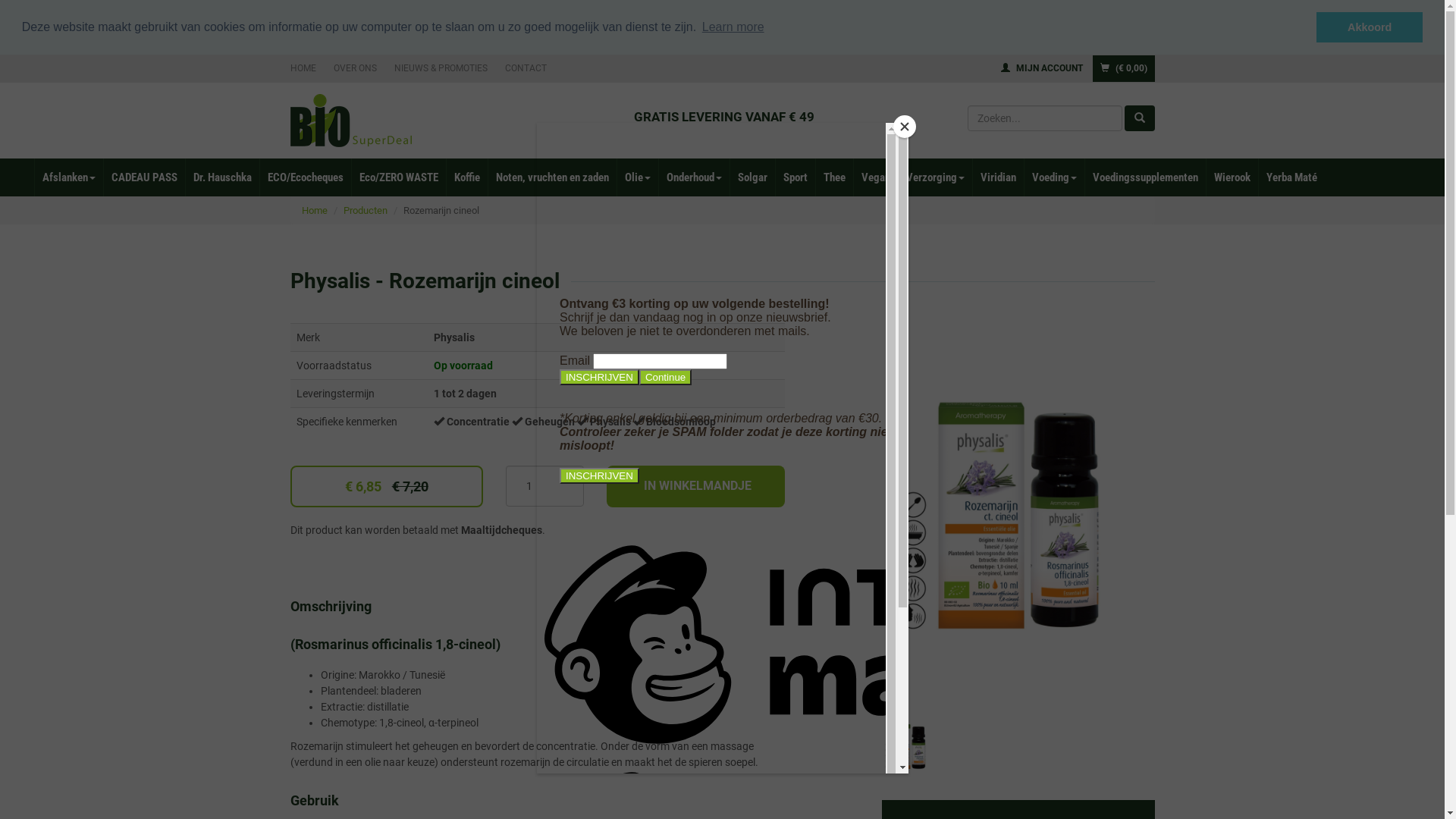 The height and width of the screenshot is (819, 1456). I want to click on 'Solgar', so click(752, 175).